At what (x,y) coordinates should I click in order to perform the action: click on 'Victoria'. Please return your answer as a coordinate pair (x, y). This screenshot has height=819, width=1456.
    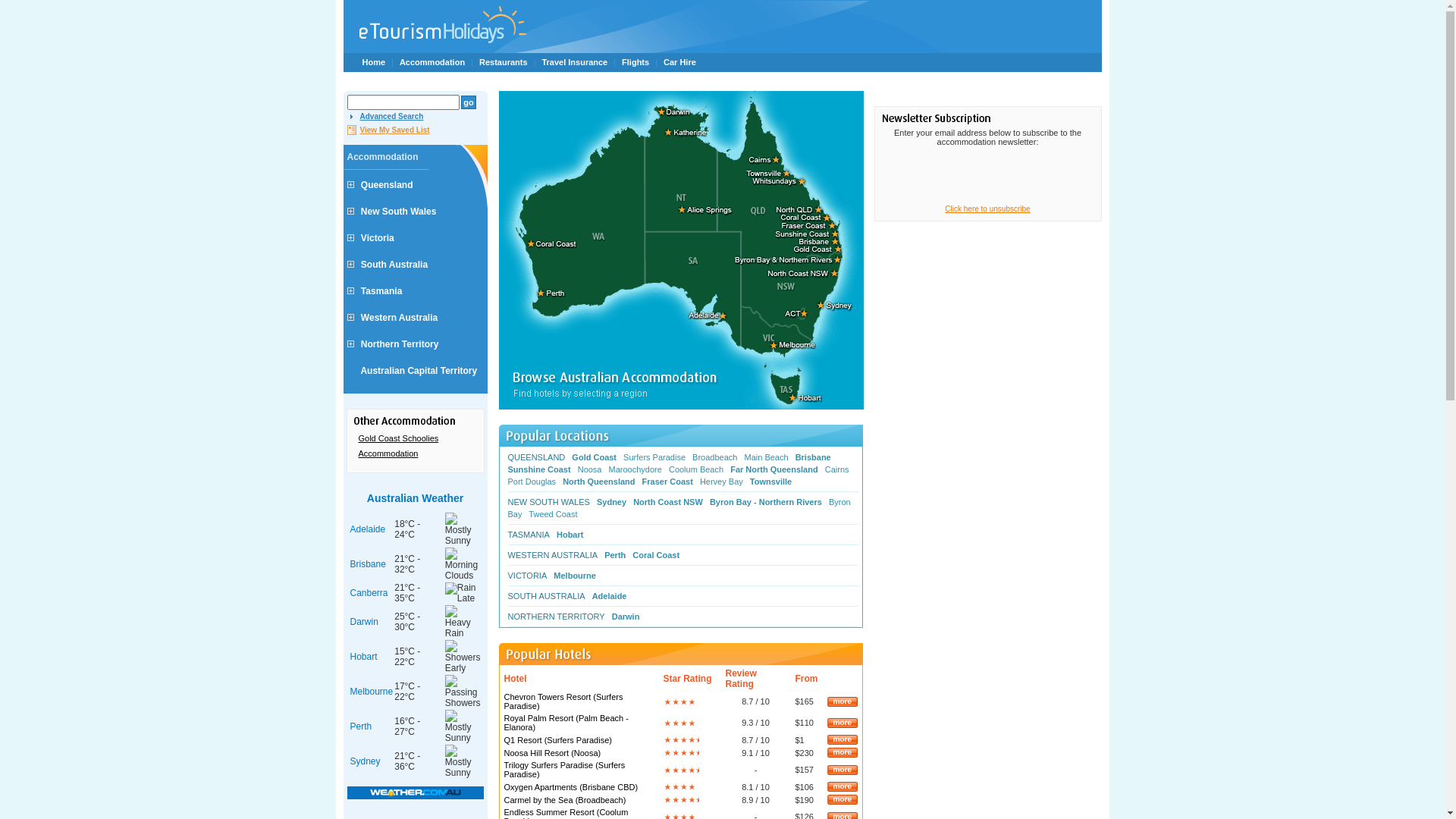
    Looking at the image, I should click on (378, 237).